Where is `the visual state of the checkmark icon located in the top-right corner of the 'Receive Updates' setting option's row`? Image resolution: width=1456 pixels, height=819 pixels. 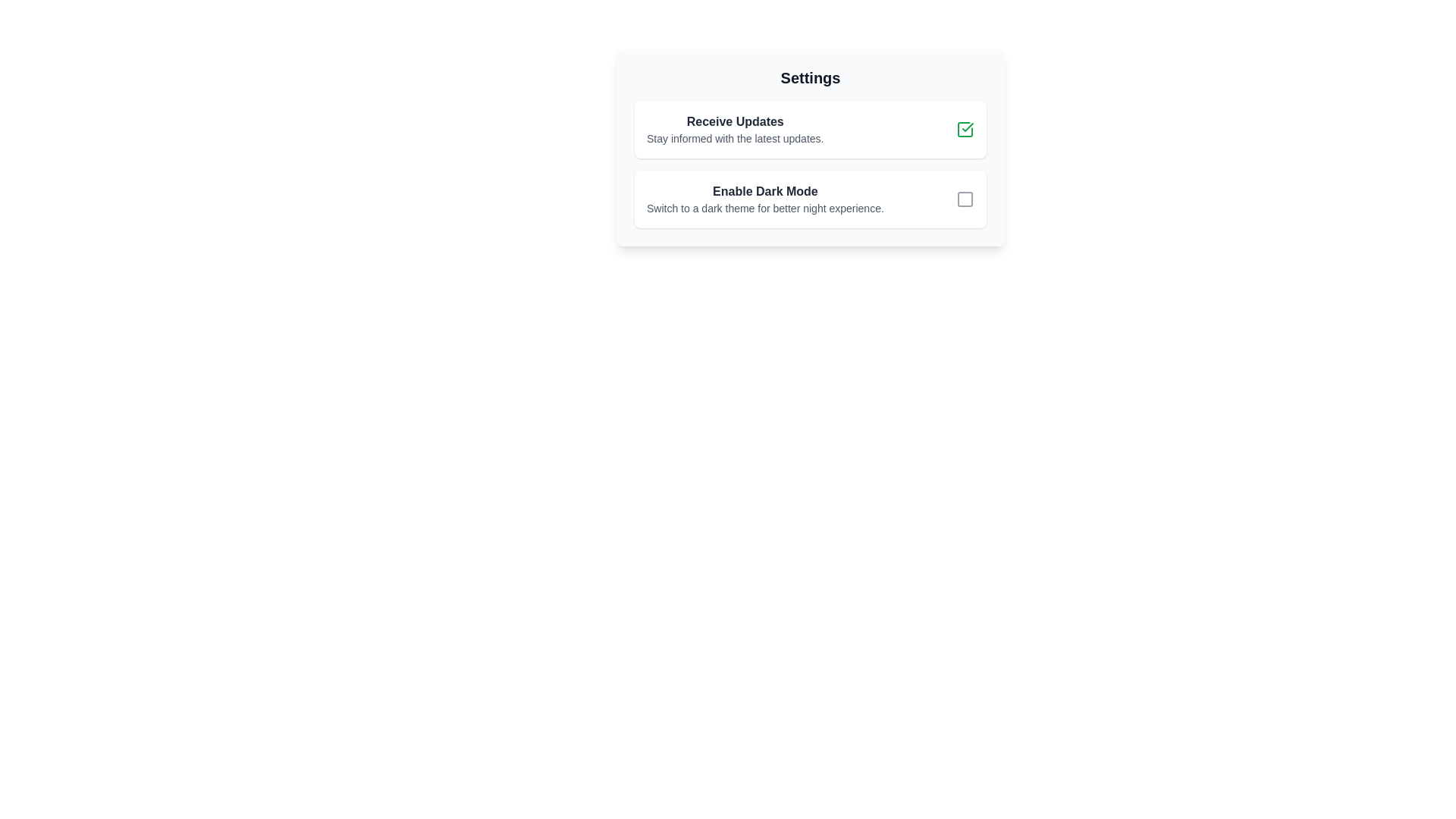 the visual state of the checkmark icon located in the top-right corner of the 'Receive Updates' setting option's row is located at coordinates (967, 127).